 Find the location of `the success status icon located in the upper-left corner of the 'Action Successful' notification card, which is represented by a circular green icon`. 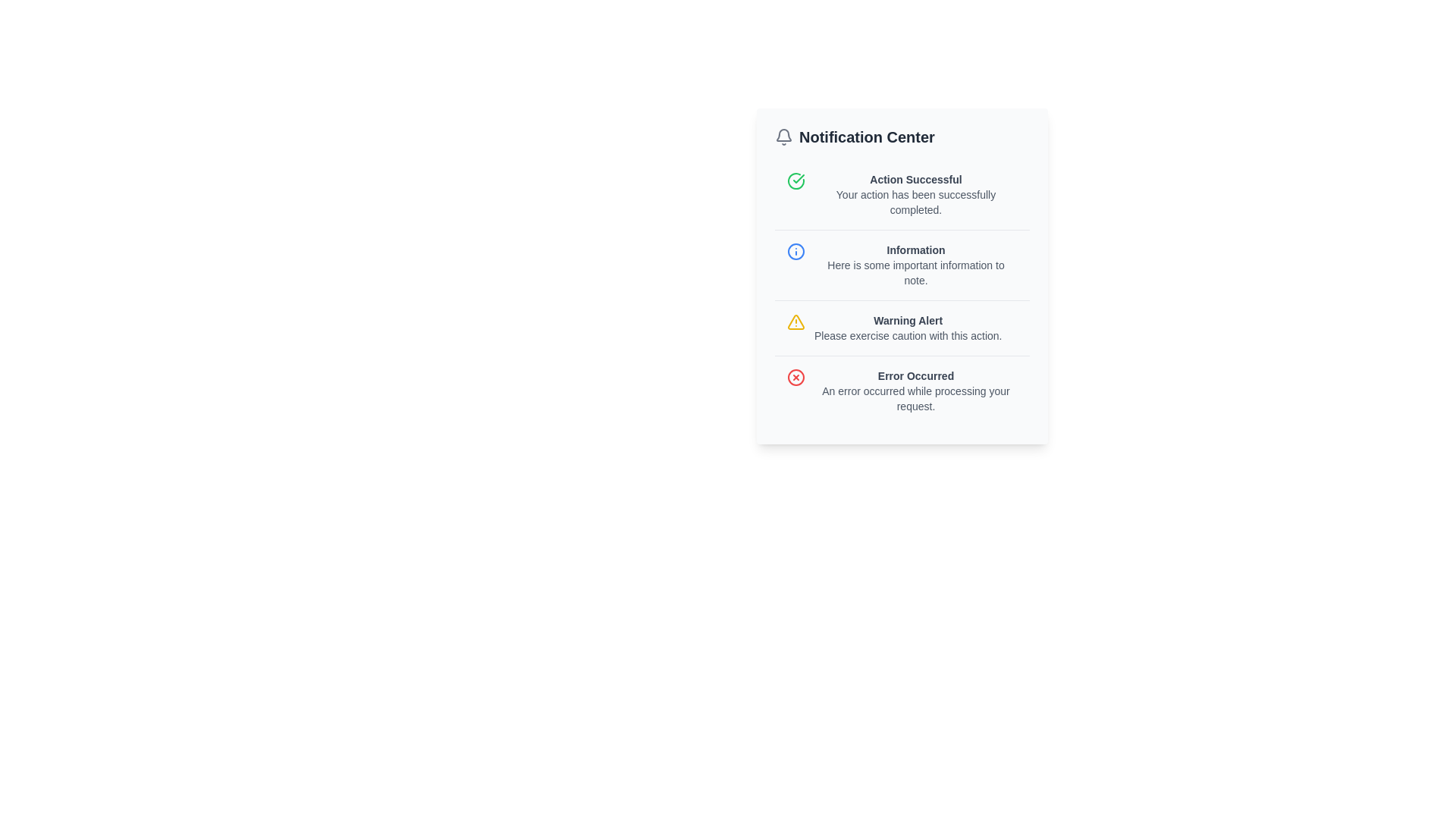

the success status icon located in the upper-left corner of the 'Action Successful' notification card, which is represented by a circular green icon is located at coordinates (798, 177).